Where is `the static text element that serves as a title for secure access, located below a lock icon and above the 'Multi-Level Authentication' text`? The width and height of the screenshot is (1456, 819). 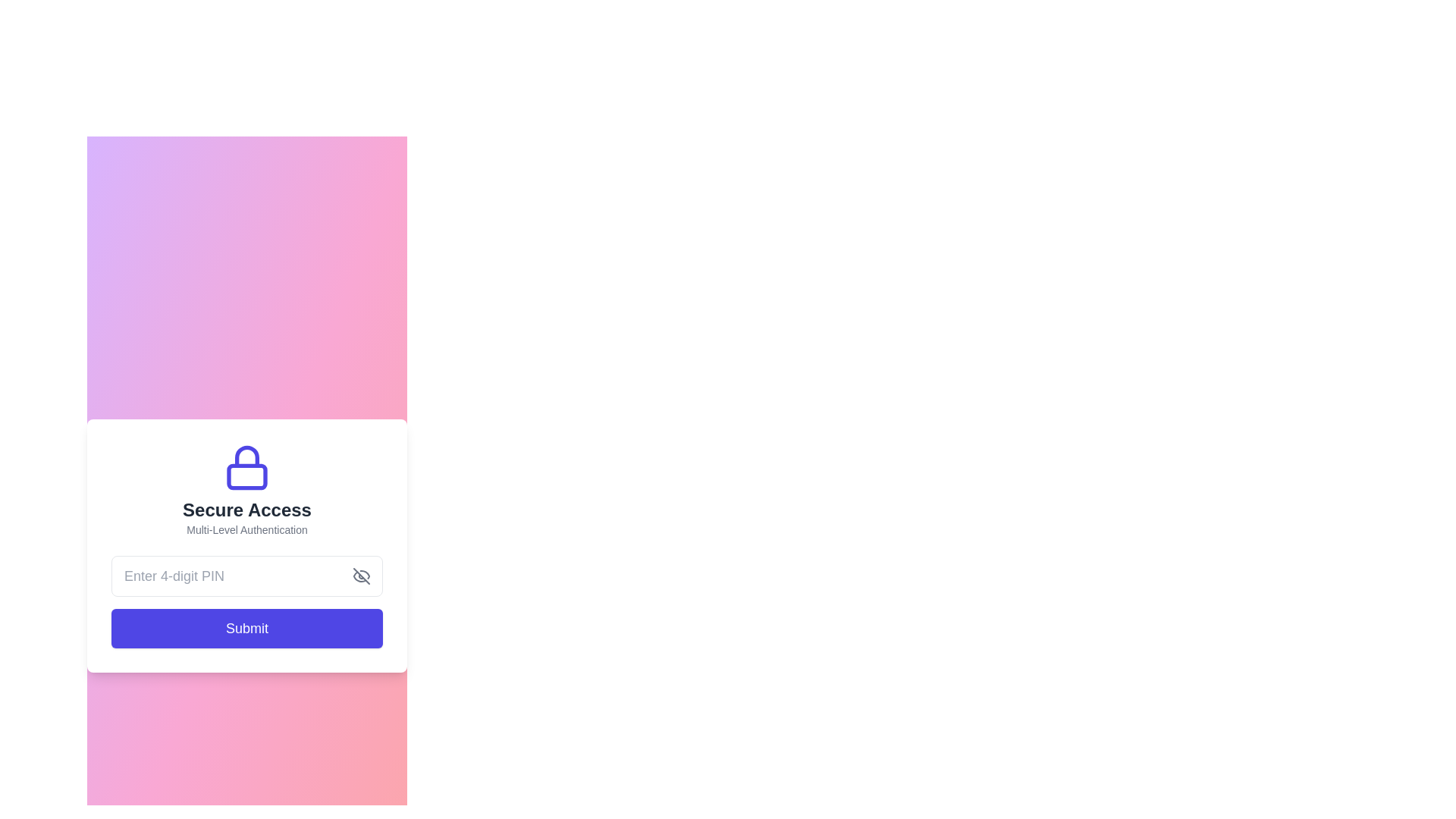
the static text element that serves as a title for secure access, located below a lock icon and above the 'Multi-Level Authentication' text is located at coordinates (247, 510).